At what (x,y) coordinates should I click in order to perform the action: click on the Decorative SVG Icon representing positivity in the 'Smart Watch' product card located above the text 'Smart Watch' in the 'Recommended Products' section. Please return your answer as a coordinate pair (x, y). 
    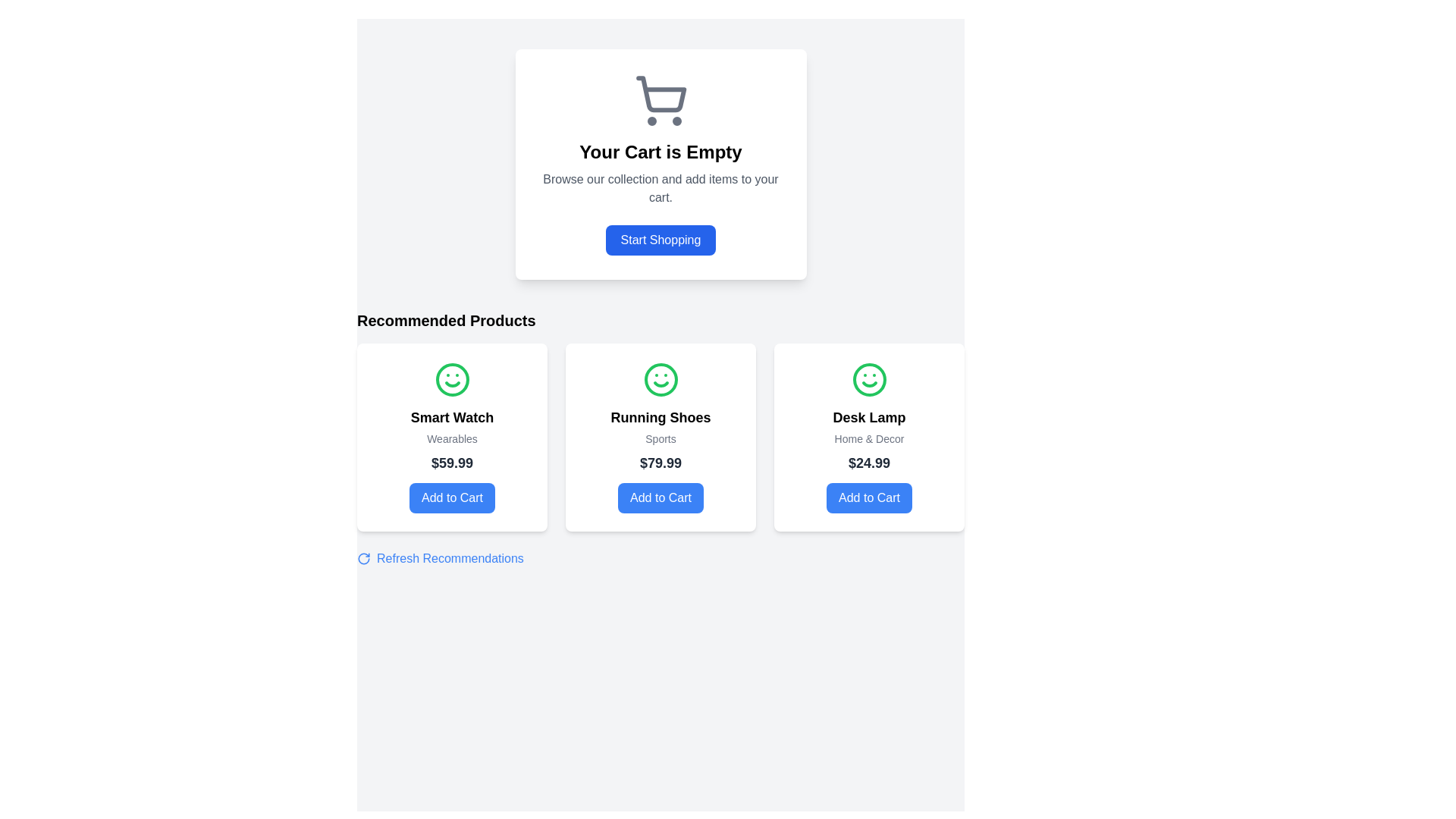
    Looking at the image, I should click on (451, 379).